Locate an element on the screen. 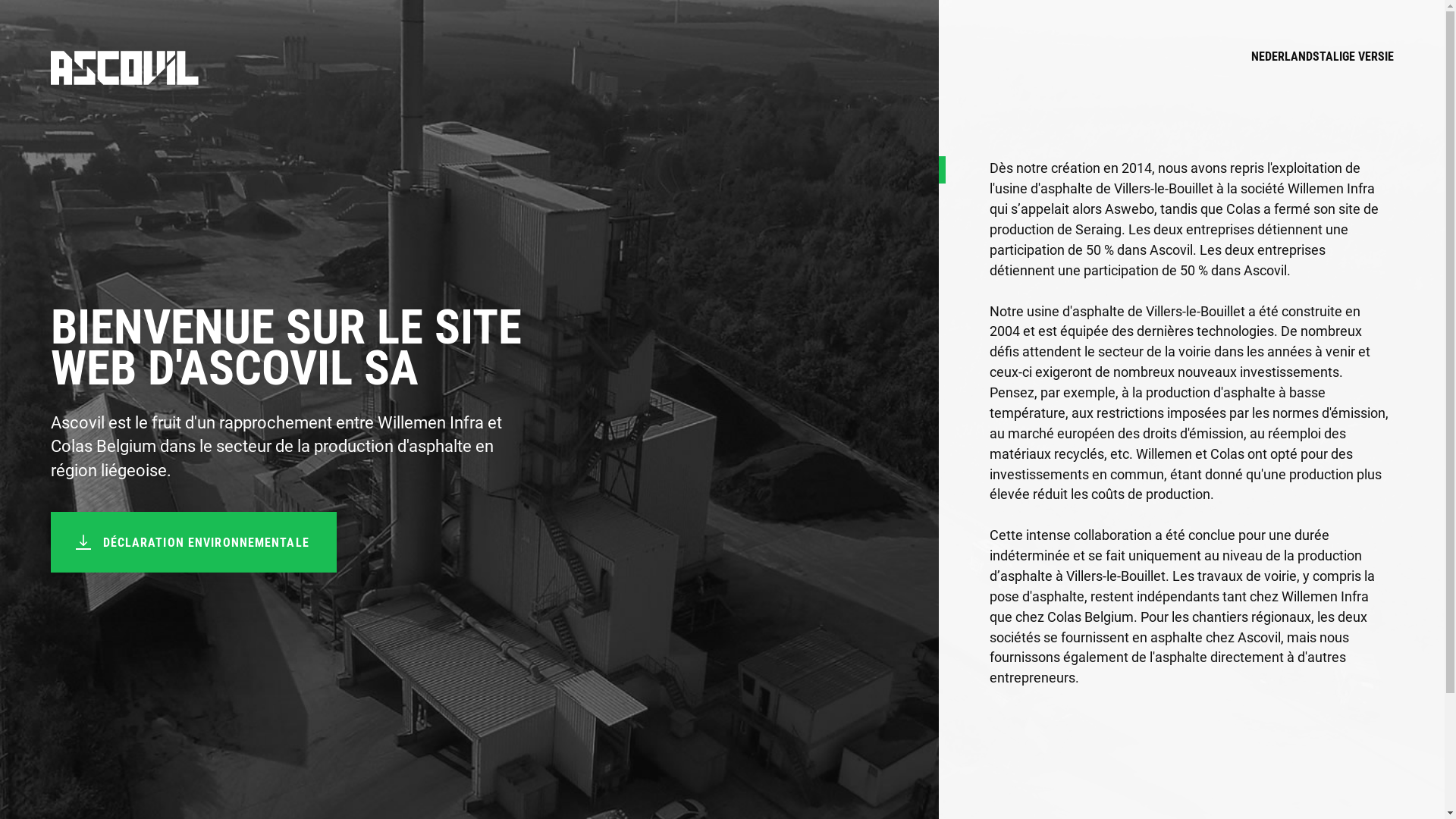 Image resolution: width=1456 pixels, height=819 pixels. 'NEDERLANDSTALIGE VERSIE' is located at coordinates (1321, 67).